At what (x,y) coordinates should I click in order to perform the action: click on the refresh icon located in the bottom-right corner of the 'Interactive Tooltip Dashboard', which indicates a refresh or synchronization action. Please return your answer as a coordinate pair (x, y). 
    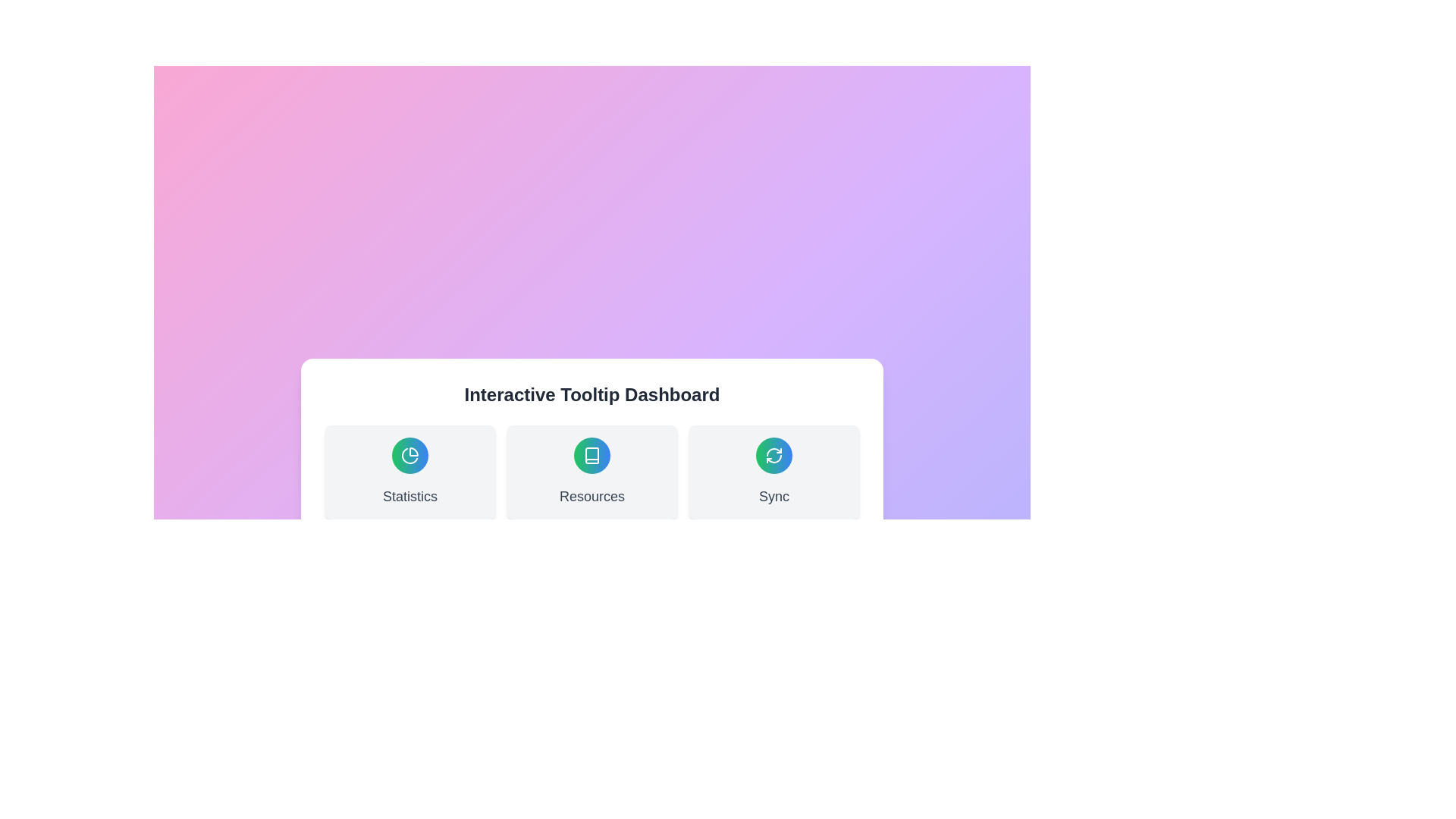
    Looking at the image, I should click on (774, 455).